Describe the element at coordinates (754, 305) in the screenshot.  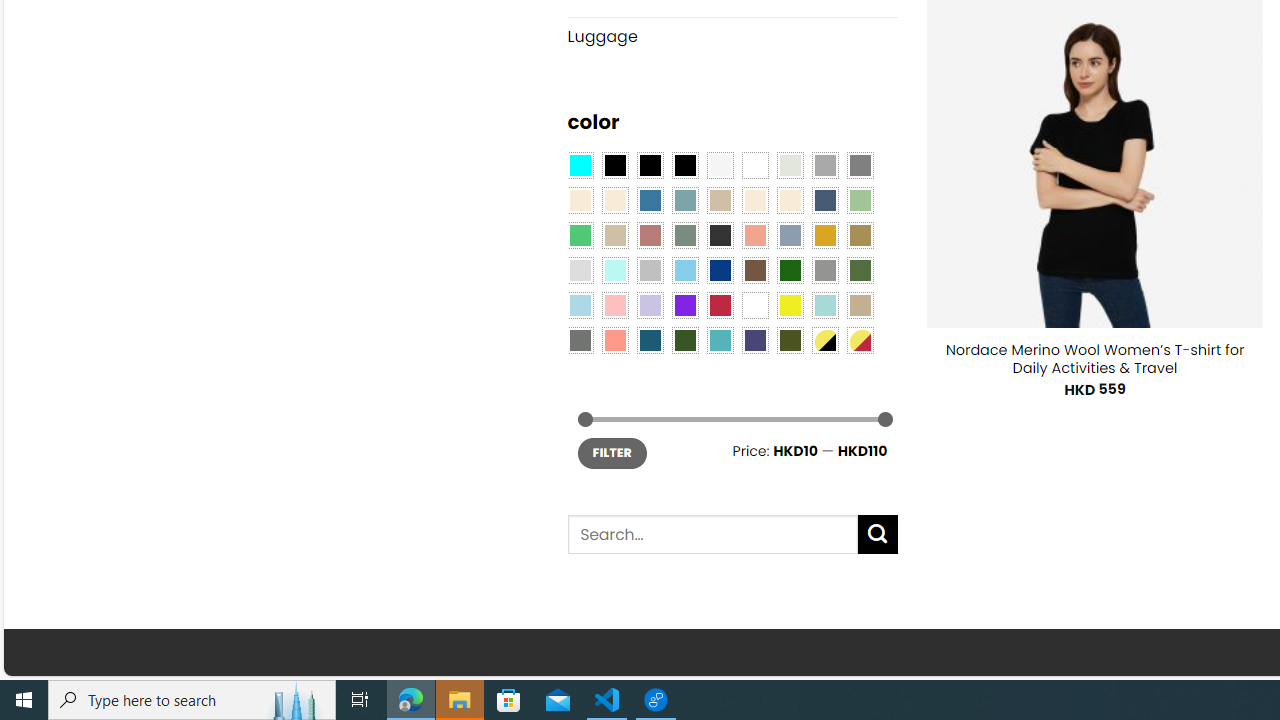
I see `'White'` at that location.